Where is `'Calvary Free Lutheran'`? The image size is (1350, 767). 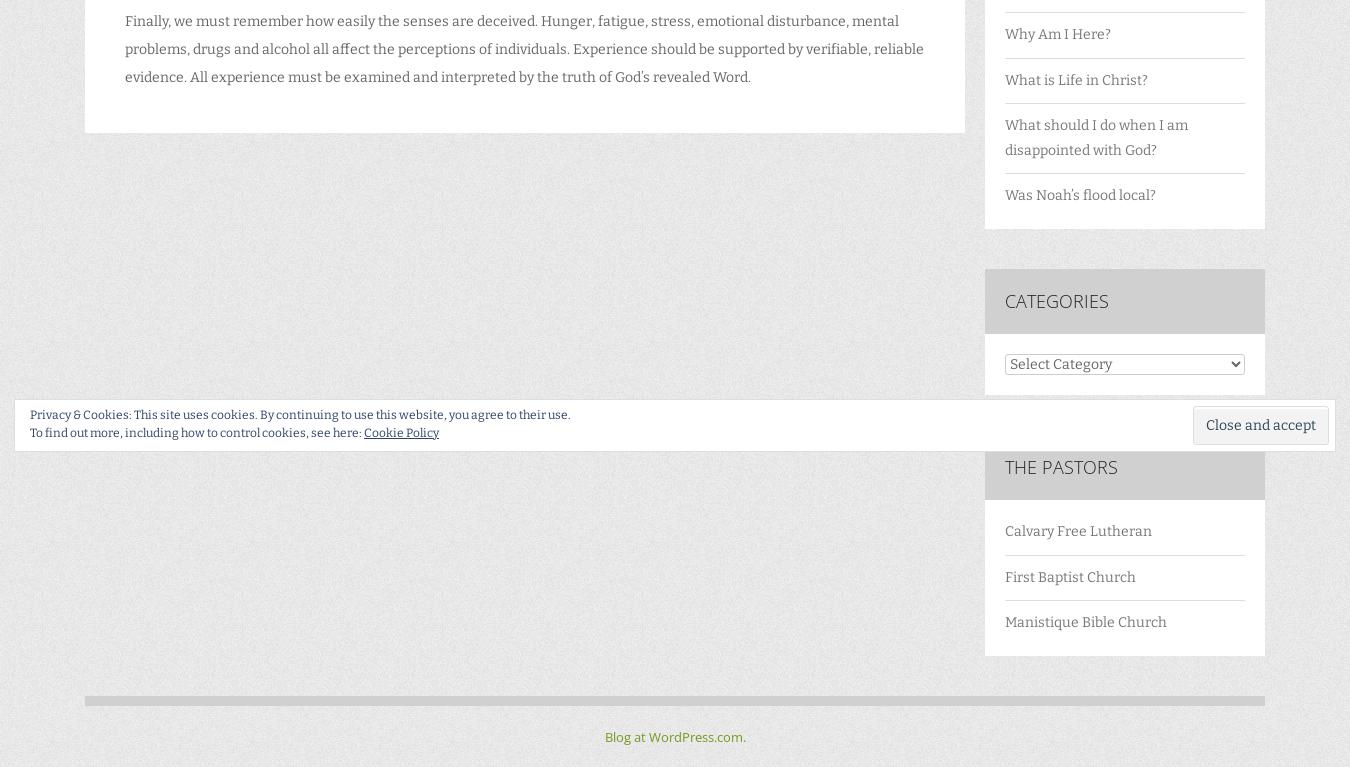
'Calvary Free Lutheran' is located at coordinates (1078, 531).